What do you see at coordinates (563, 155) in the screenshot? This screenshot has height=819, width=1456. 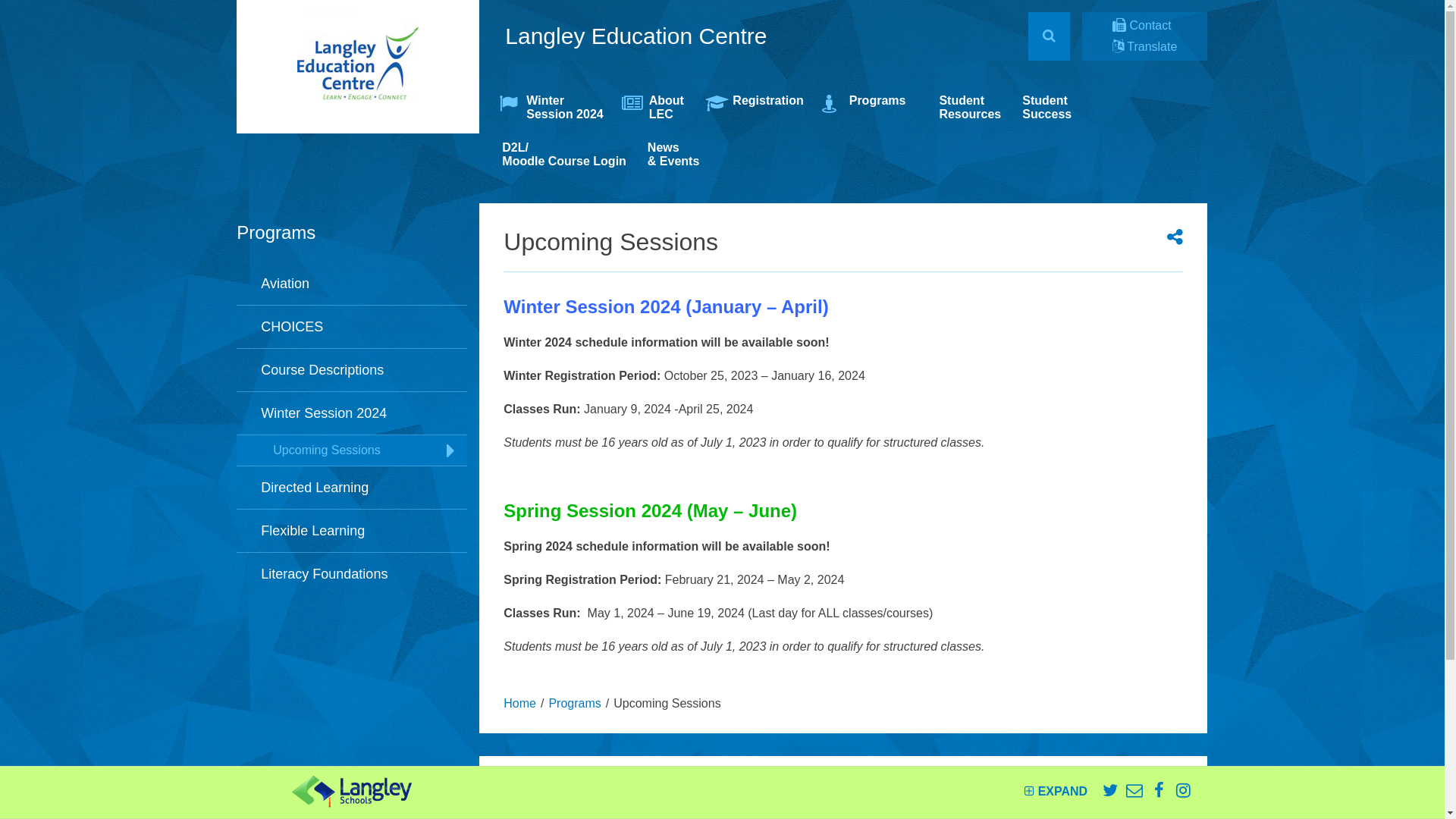 I see `'D2L/` at bounding box center [563, 155].